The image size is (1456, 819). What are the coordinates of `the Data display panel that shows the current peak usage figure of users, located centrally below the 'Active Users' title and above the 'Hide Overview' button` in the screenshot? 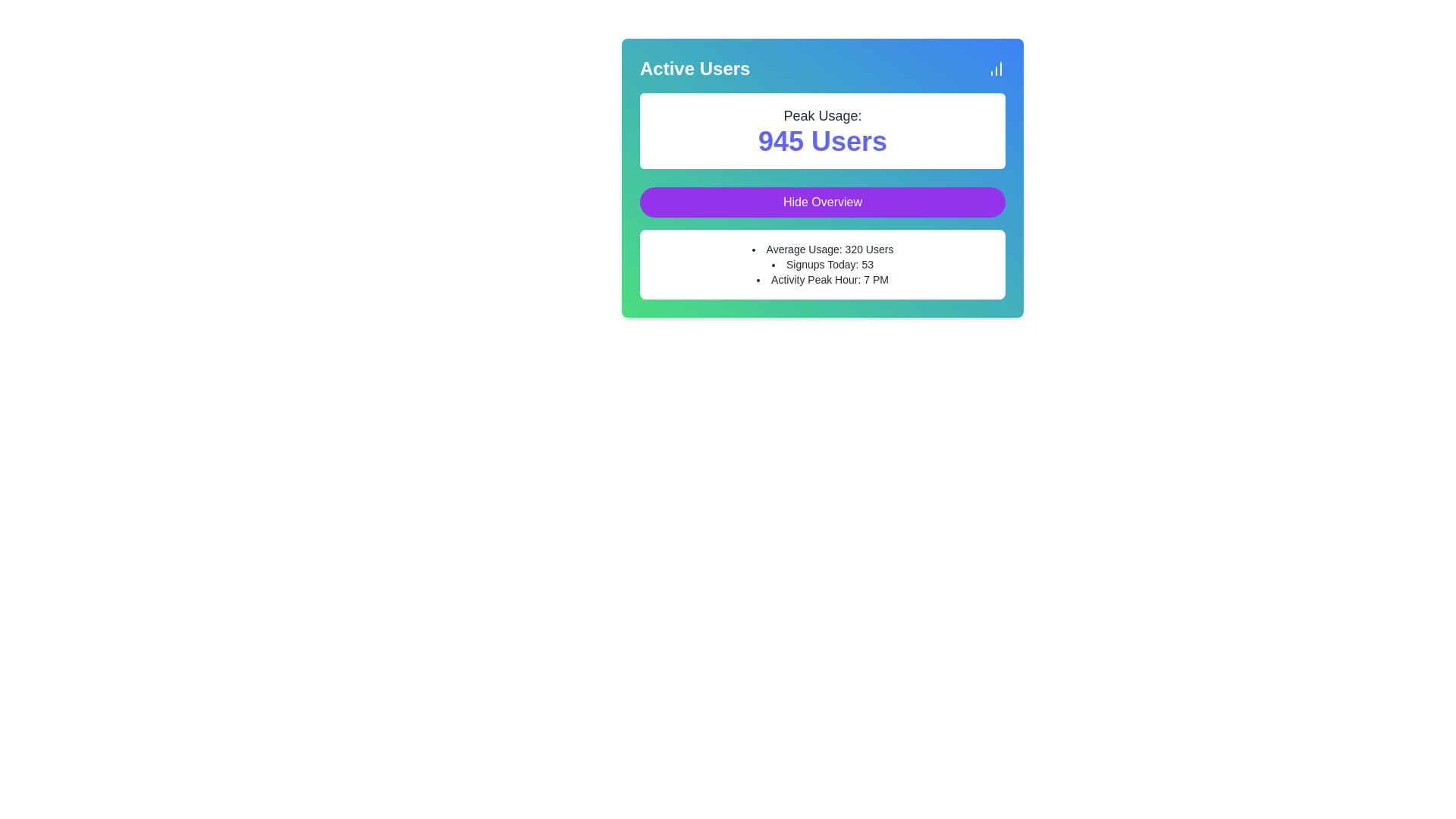 It's located at (821, 130).